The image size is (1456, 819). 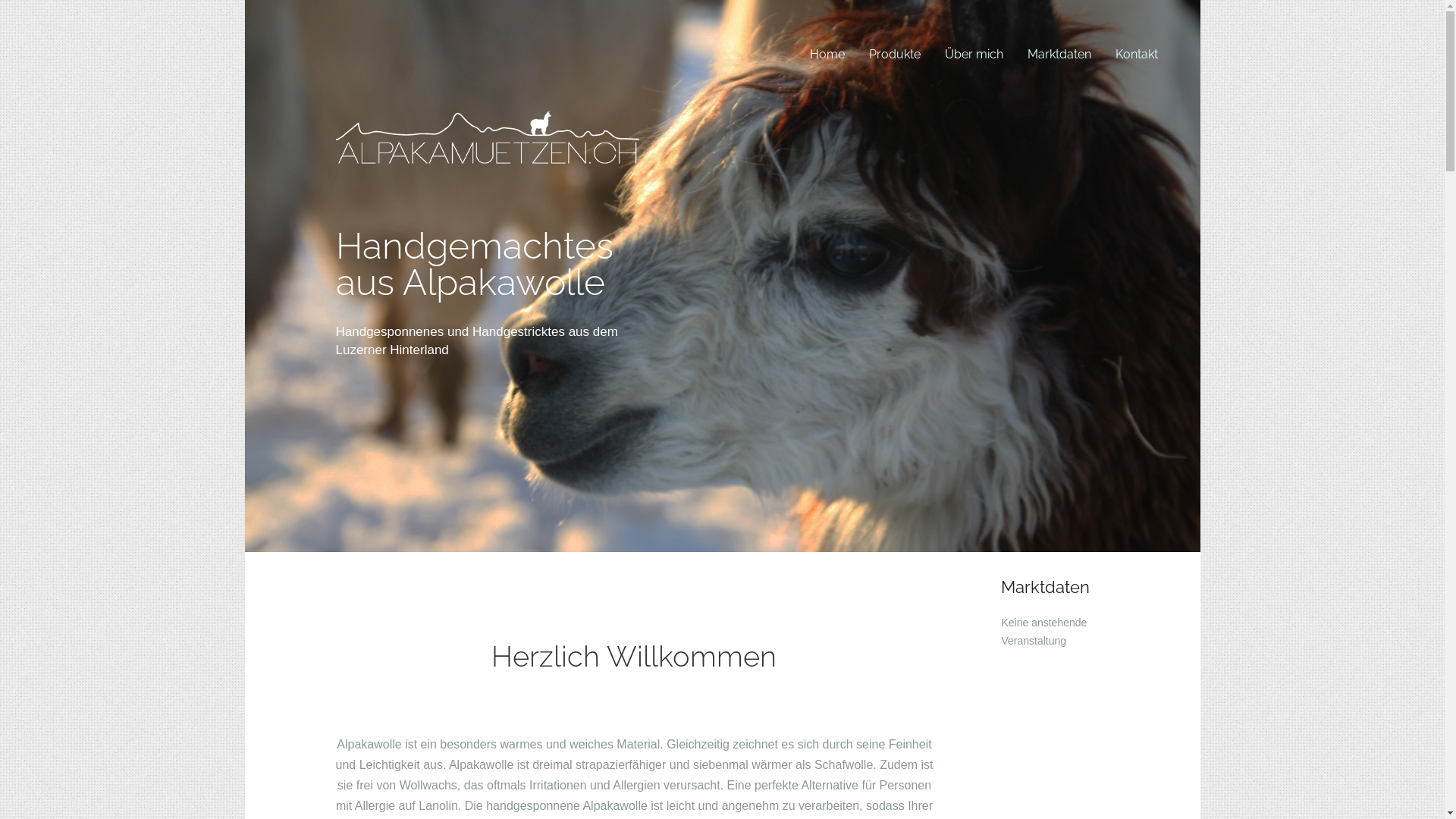 I want to click on 'Kontakt', so click(x=1103, y=52).